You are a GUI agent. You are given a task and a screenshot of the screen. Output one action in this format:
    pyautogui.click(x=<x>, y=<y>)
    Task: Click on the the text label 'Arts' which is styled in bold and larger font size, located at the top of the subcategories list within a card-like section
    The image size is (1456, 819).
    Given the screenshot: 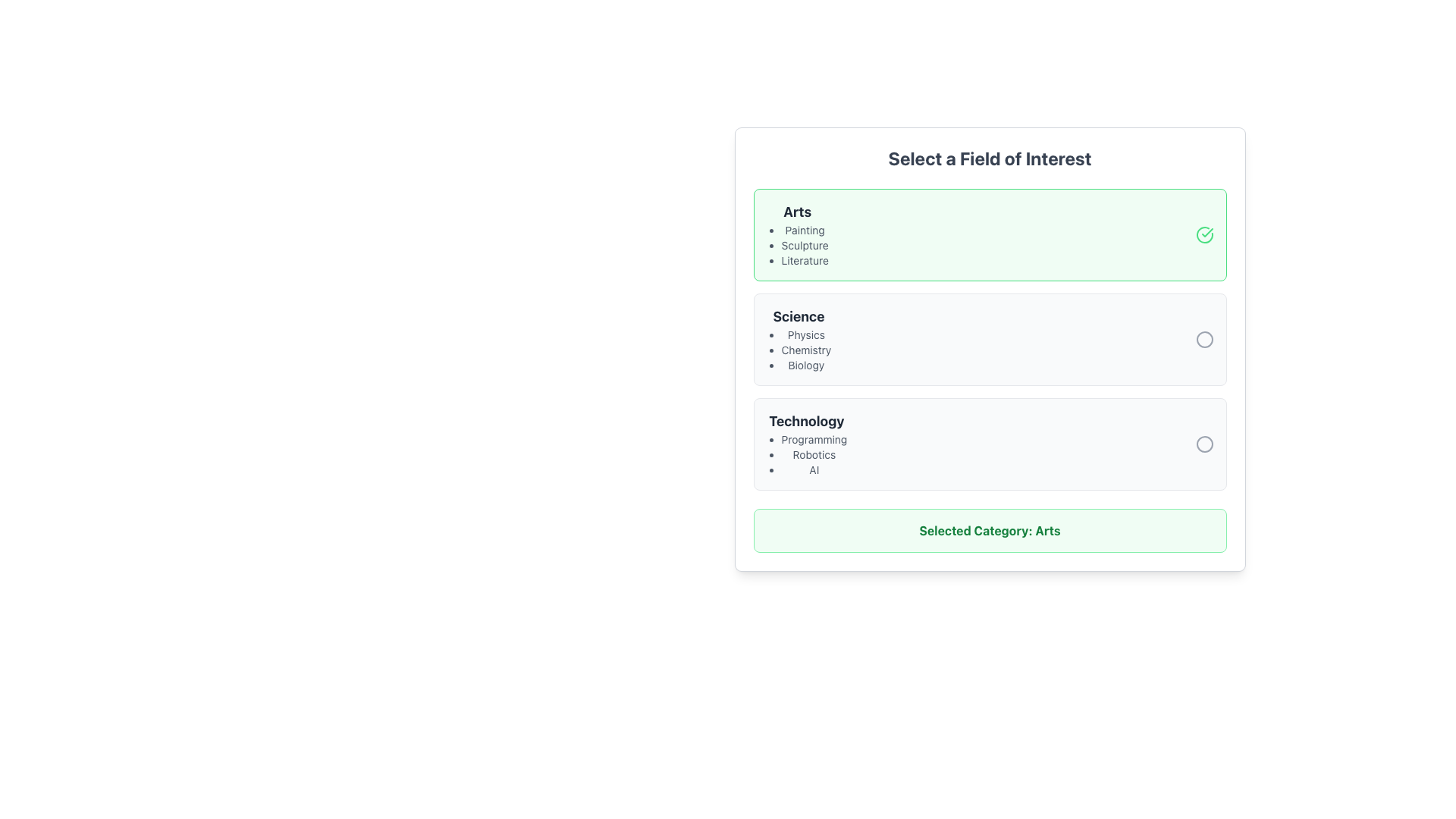 What is the action you would take?
    pyautogui.click(x=796, y=212)
    